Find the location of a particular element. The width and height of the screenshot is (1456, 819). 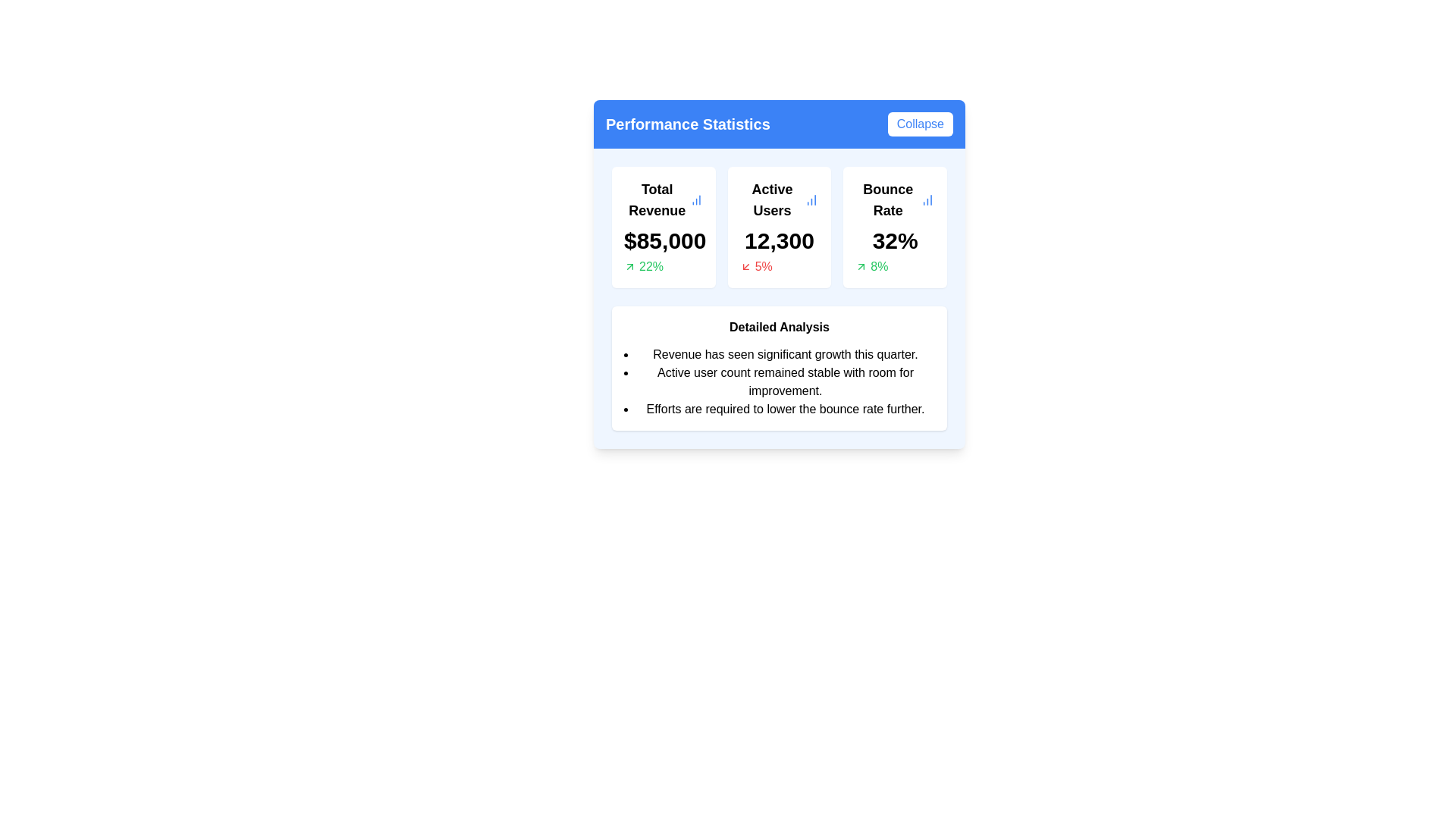

properties of the upward trend icon located to the left of the '22%' green text within the Total Revenue card in the bottom-left corner is located at coordinates (629, 265).